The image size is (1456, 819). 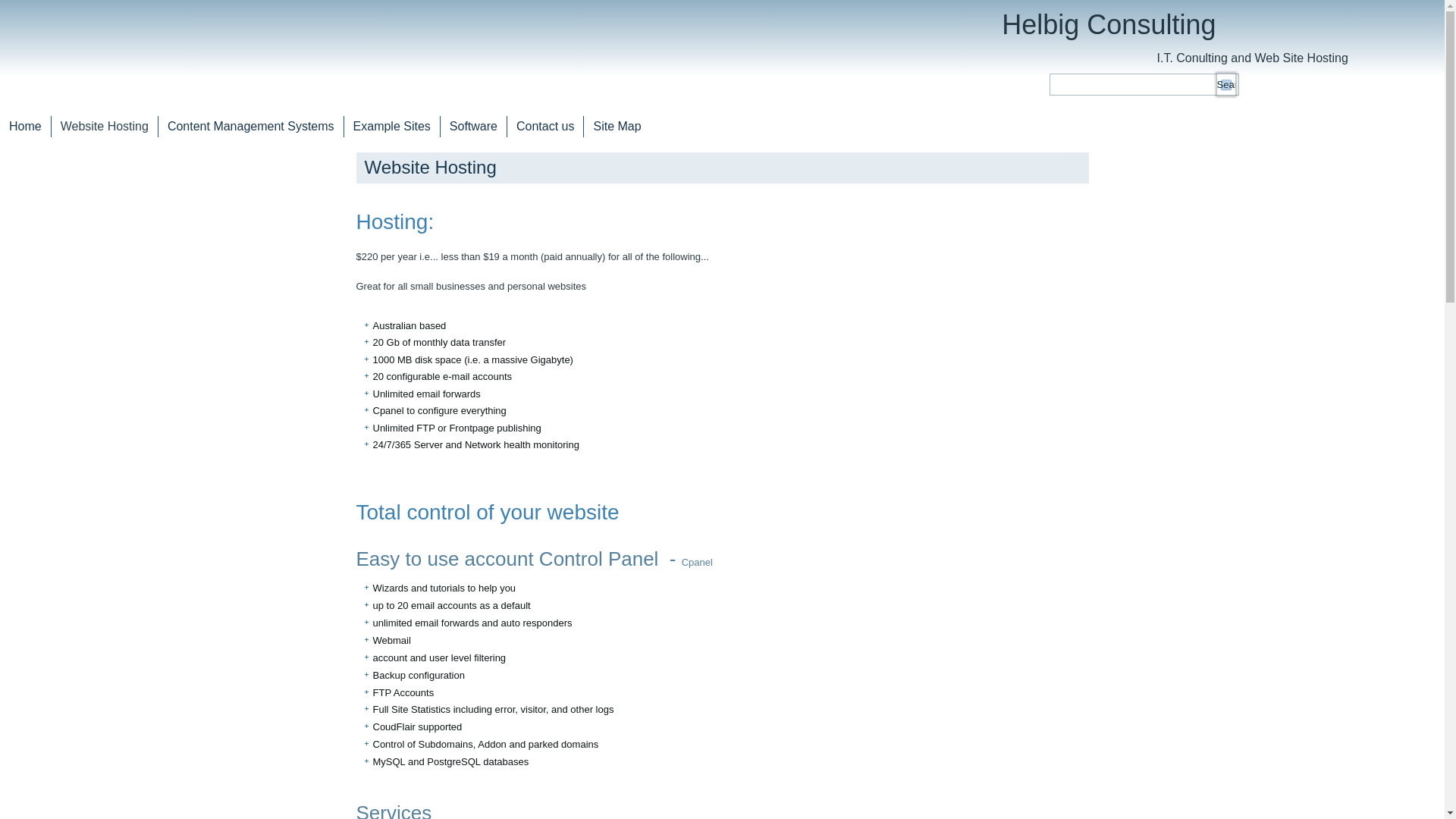 What do you see at coordinates (545, 125) in the screenshot?
I see `'Contact us'` at bounding box center [545, 125].